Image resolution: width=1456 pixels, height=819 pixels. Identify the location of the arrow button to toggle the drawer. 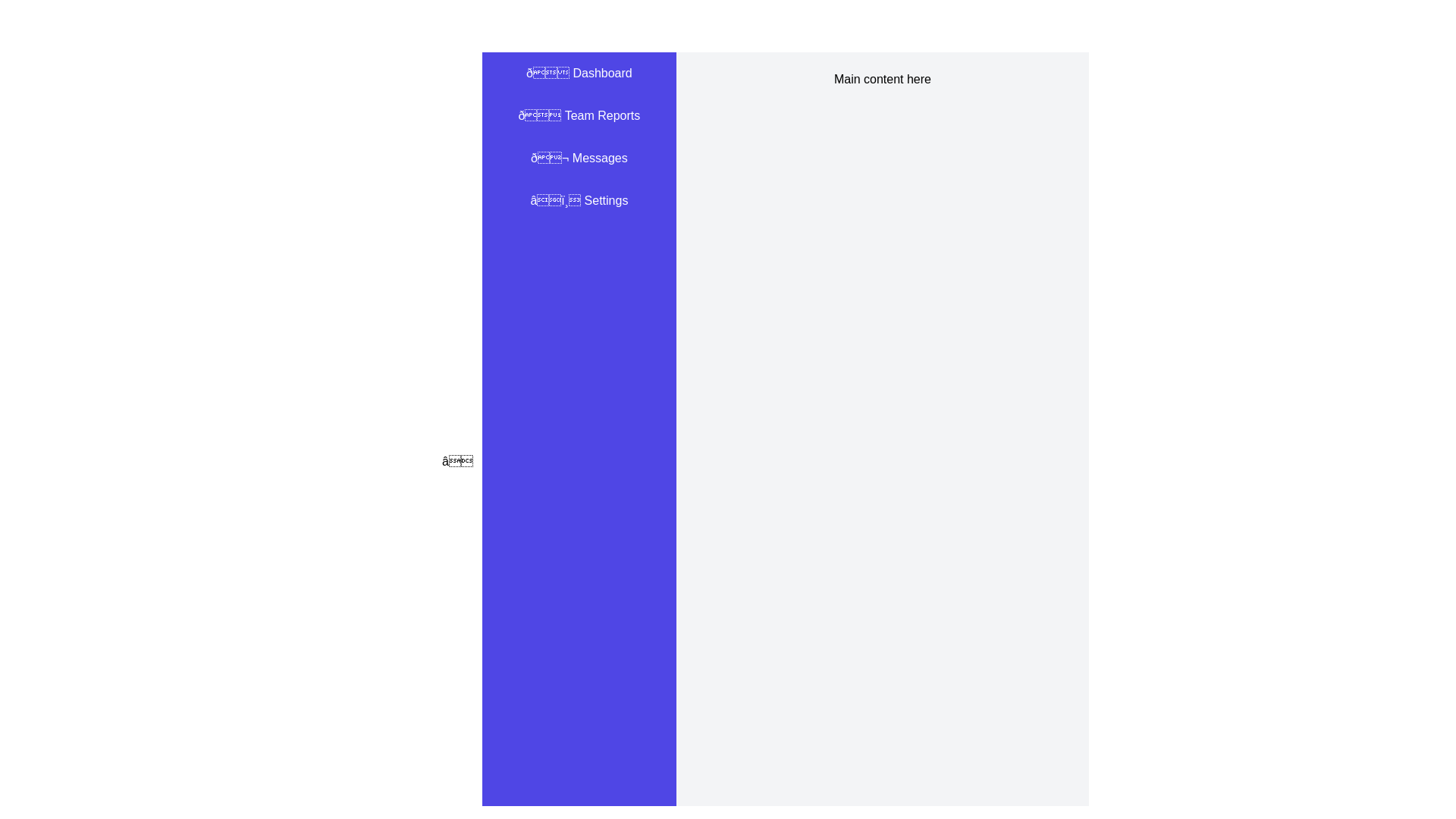
(457, 461).